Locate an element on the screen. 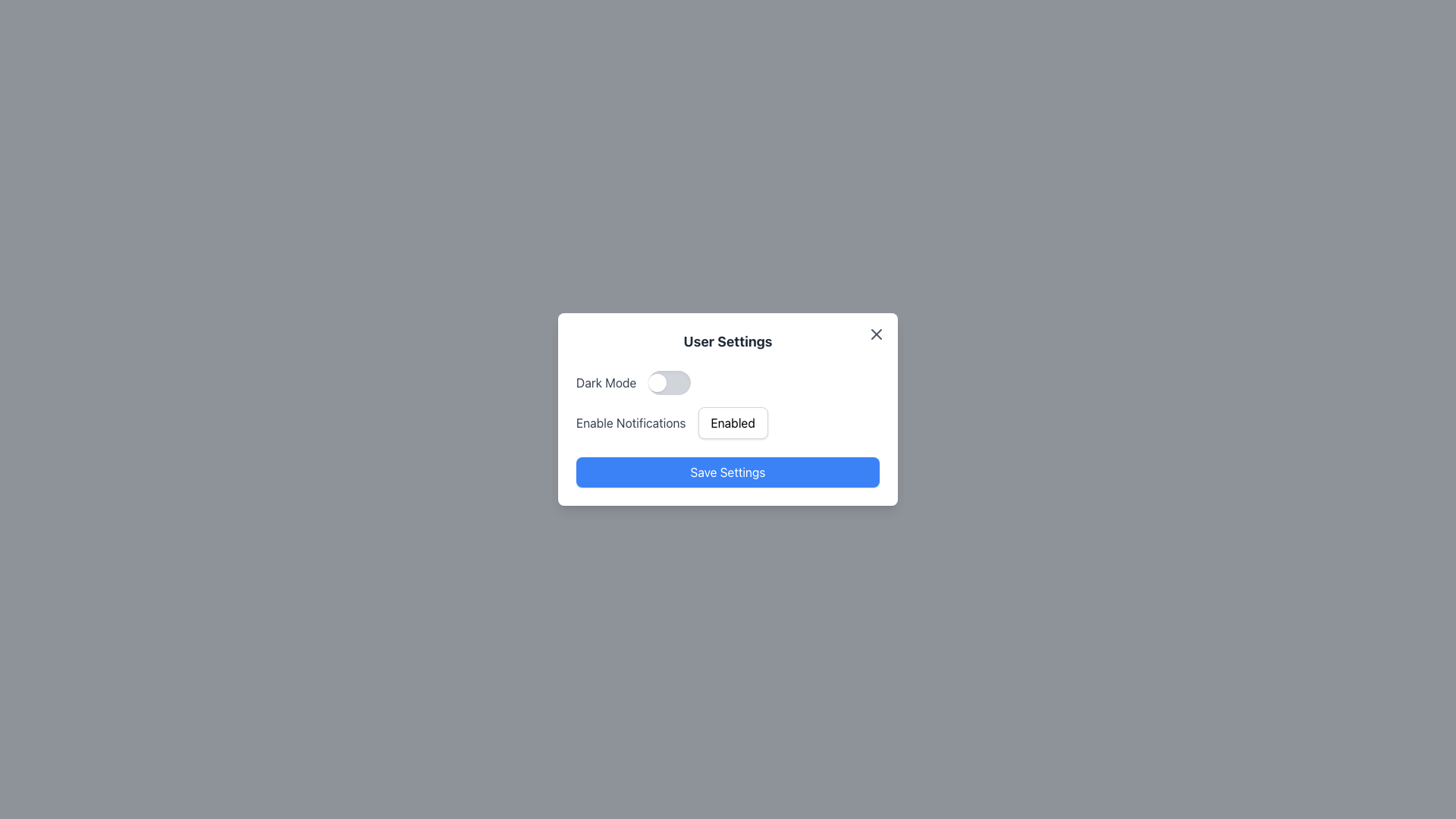 Image resolution: width=1456 pixels, height=819 pixels. the vibrant blue 'Save Settings' button with rounded corners located at the bottom of the 'User Settings' dialog box is located at coordinates (728, 472).